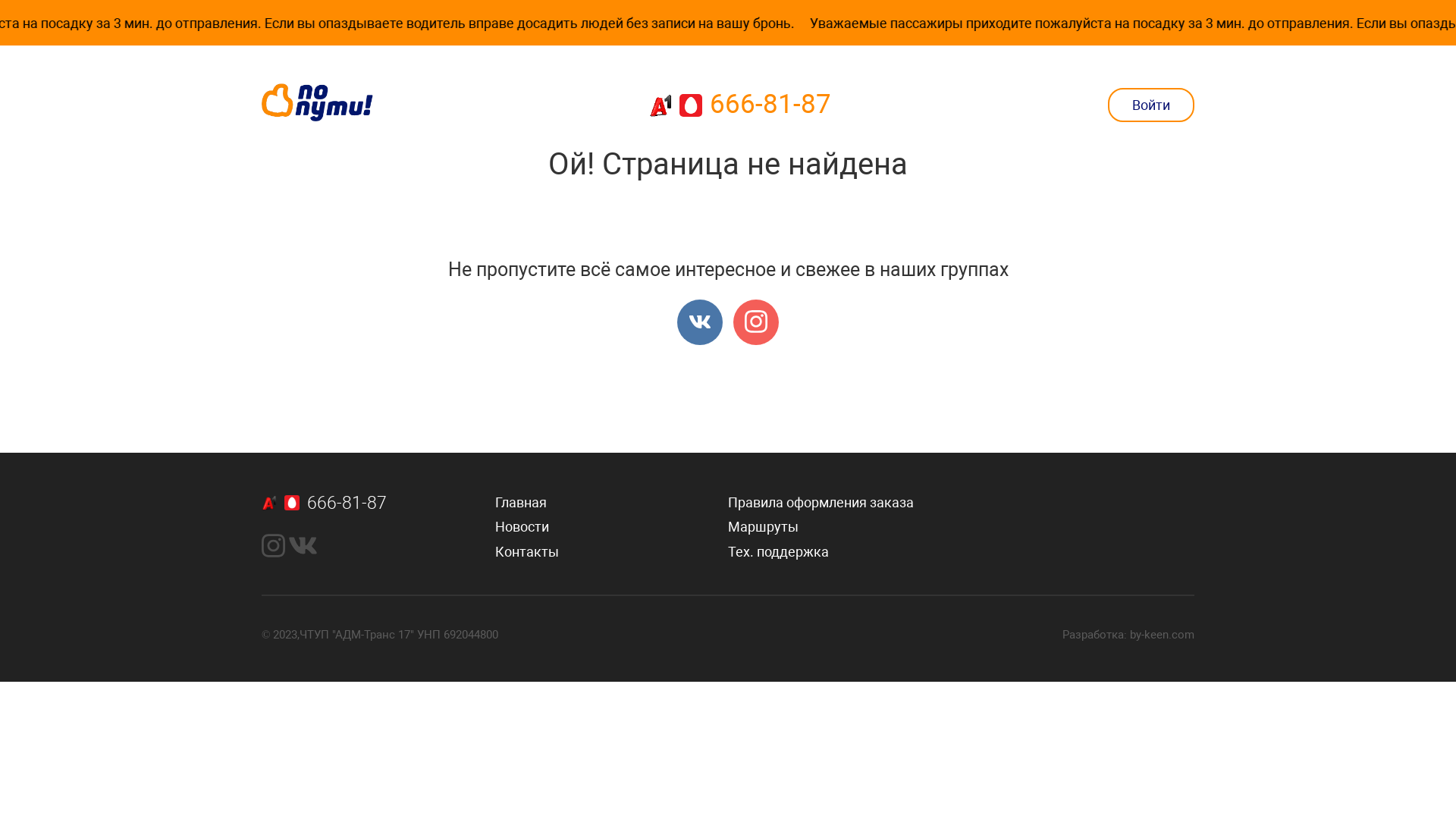 This screenshot has width=1456, height=819. I want to click on '666-81-87', so click(378, 504).